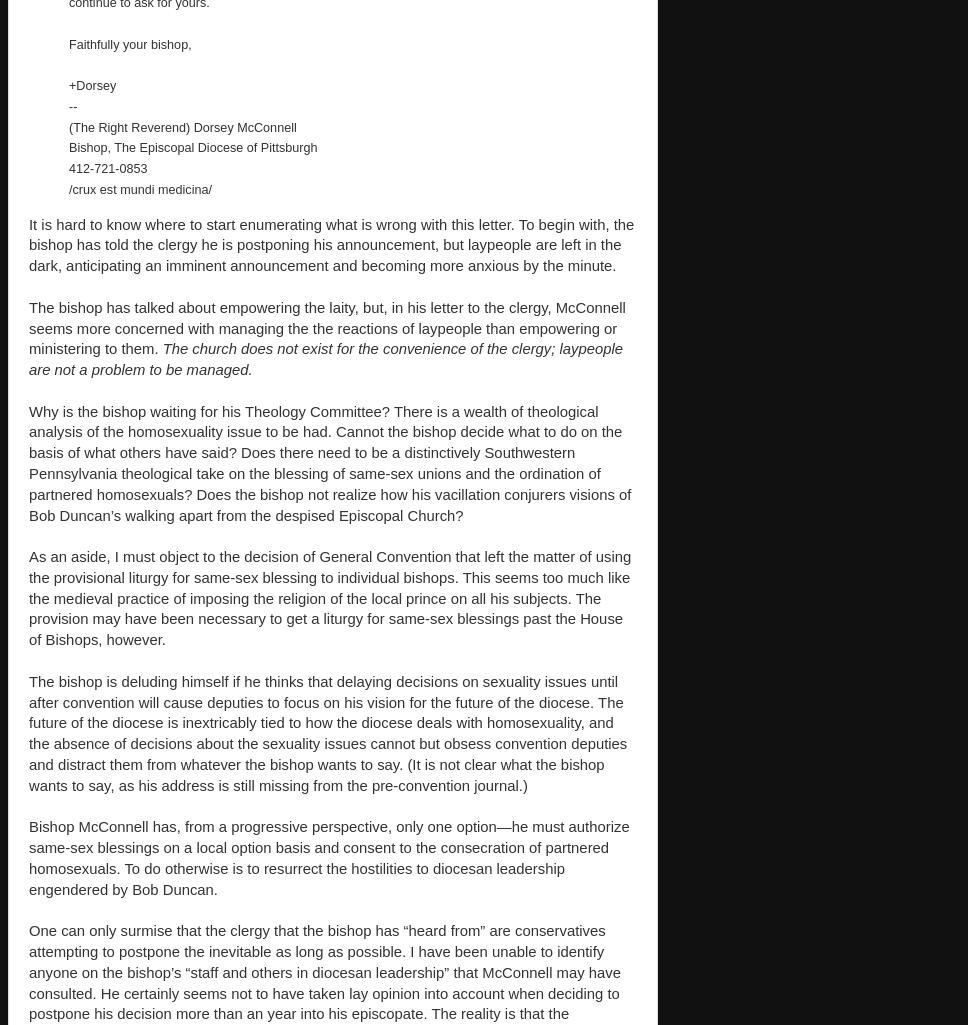 The height and width of the screenshot is (1025, 968). Describe the element at coordinates (331, 243) in the screenshot. I see `'It is hard to know where to start enumerating what is wrong with this letter. To begin with, the bishop has told the clergy he is postponing his announcement, but laypeople are left in the dark, anticipating an imminent announcement and becoming more anxious by the minute.'` at that location.